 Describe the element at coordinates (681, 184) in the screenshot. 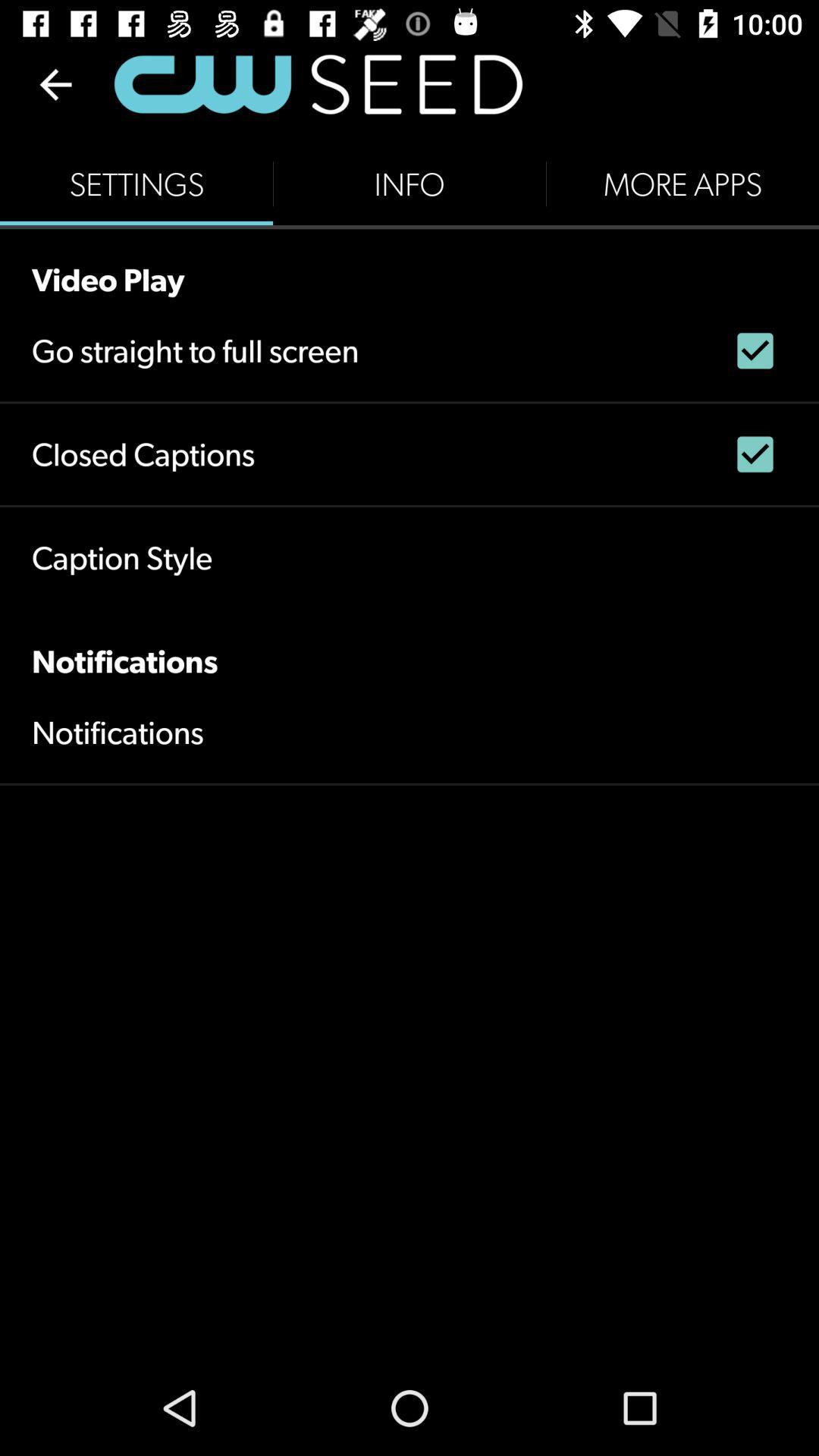

I see `the button beside info` at that location.